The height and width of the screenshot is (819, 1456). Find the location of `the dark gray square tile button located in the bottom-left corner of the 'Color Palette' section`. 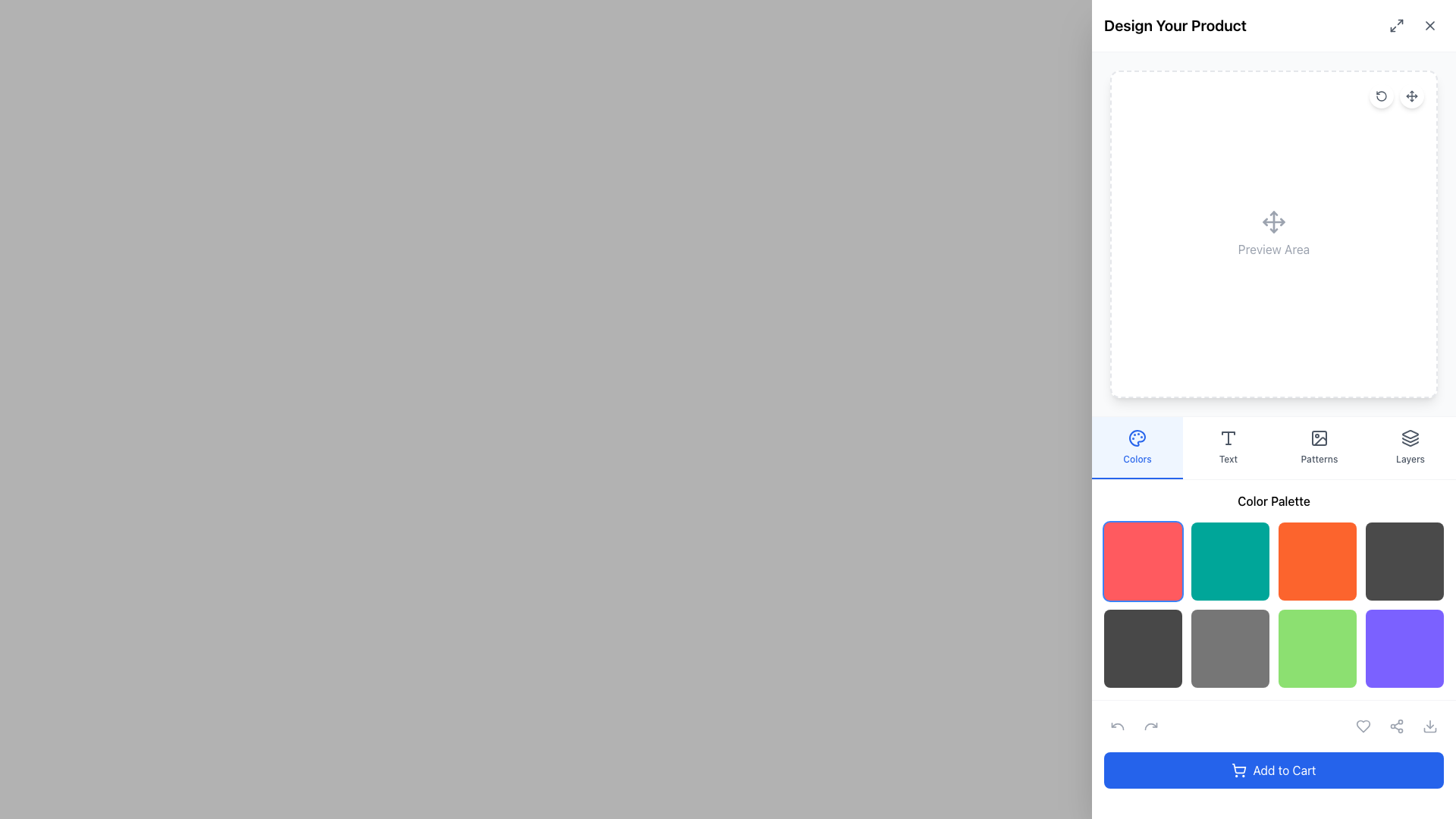

the dark gray square tile button located in the bottom-left corner of the 'Color Palette' section is located at coordinates (1143, 648).